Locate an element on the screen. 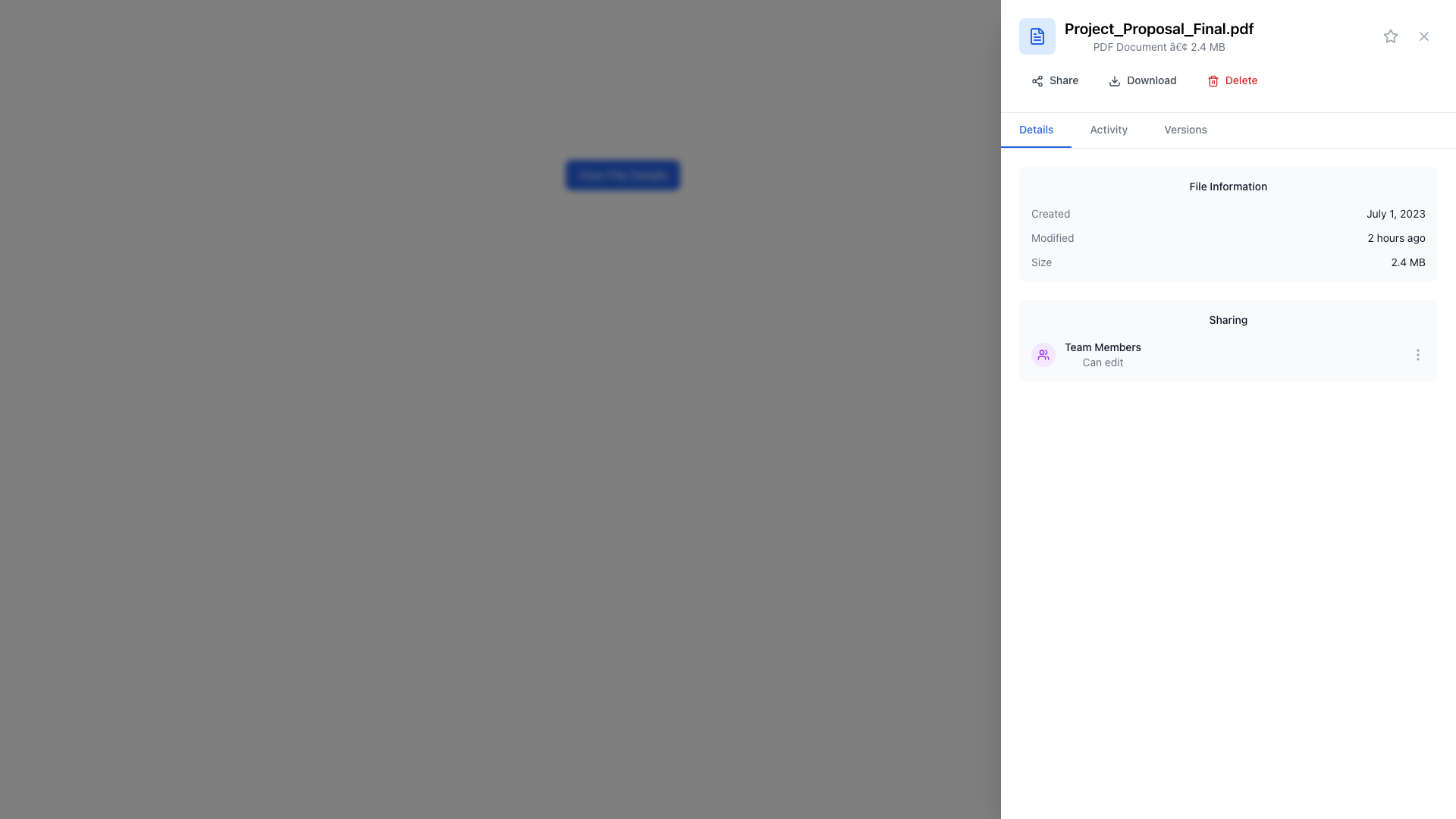  the text label displaying the file size '2.4 MB' in bold, dark gray font located in the 'File Information' section of the details panel is located at coordinates (1407, 262).